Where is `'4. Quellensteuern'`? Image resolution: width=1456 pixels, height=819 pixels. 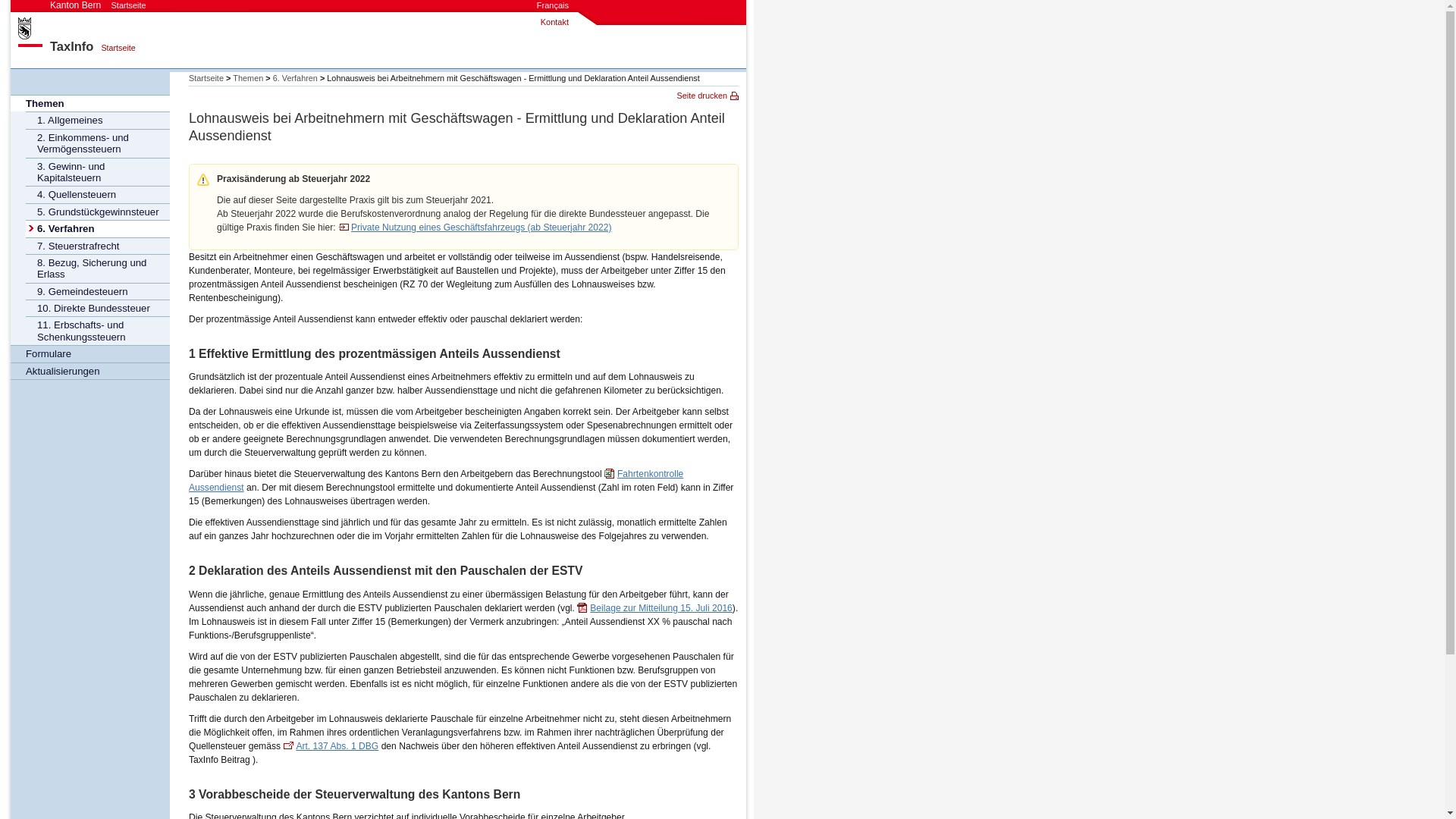
'4. Quellensteuern' is located at coordinates (97, 193).